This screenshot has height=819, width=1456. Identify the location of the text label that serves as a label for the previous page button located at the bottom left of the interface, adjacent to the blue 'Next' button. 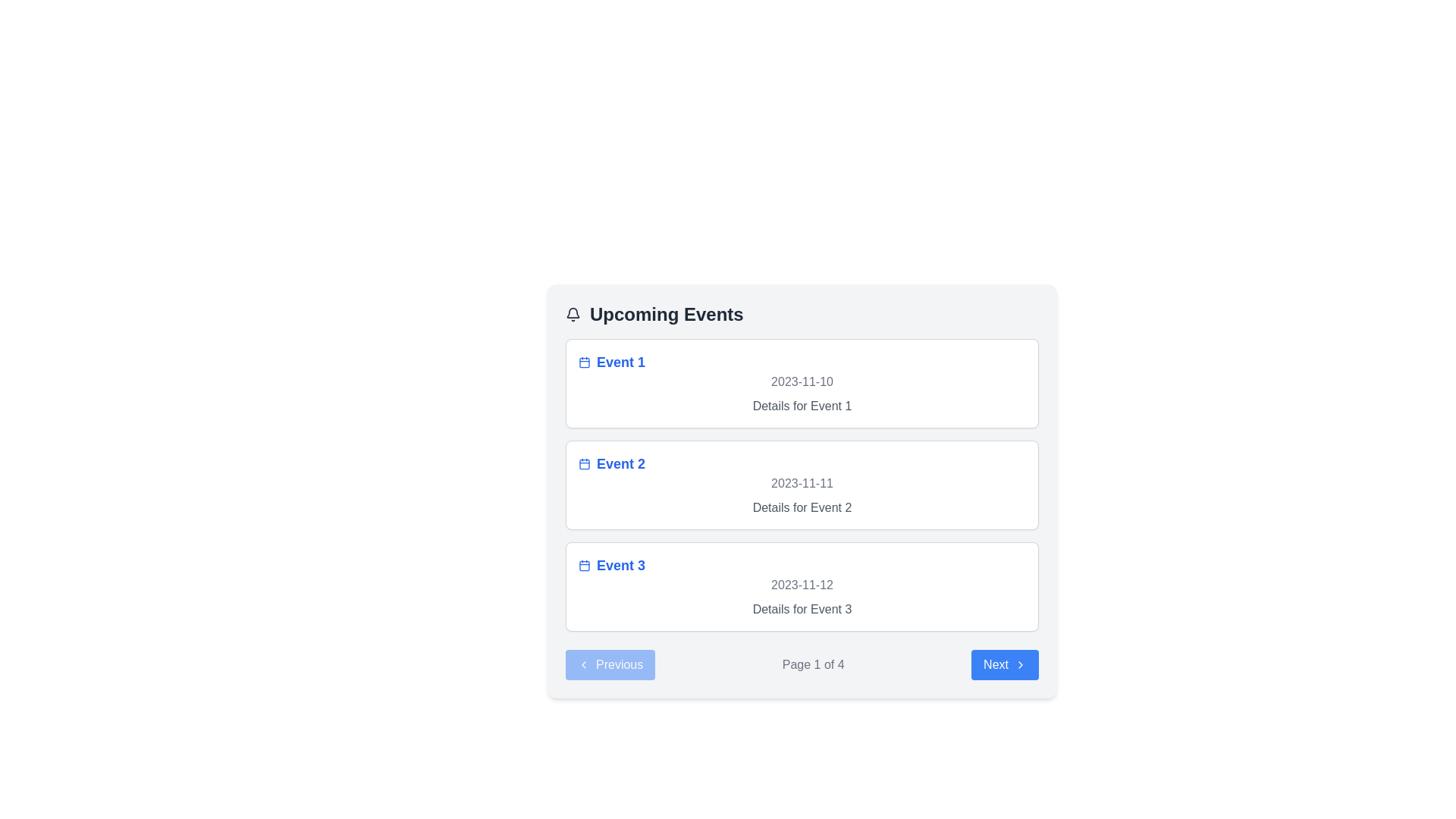
(620, 664).